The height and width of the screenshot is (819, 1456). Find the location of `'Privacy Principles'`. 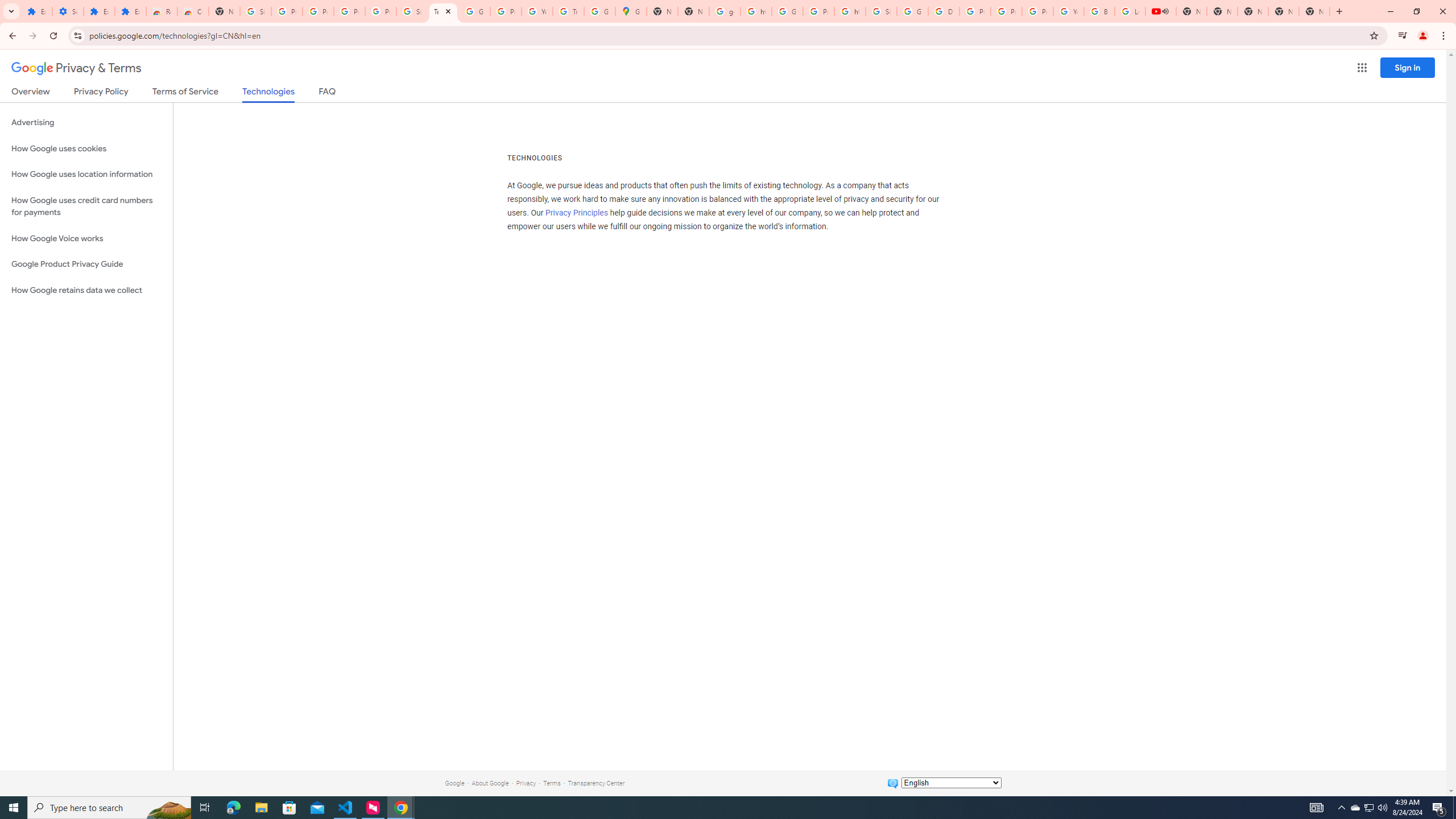

'Privacy Principles' is located at coordinates (577, 213).